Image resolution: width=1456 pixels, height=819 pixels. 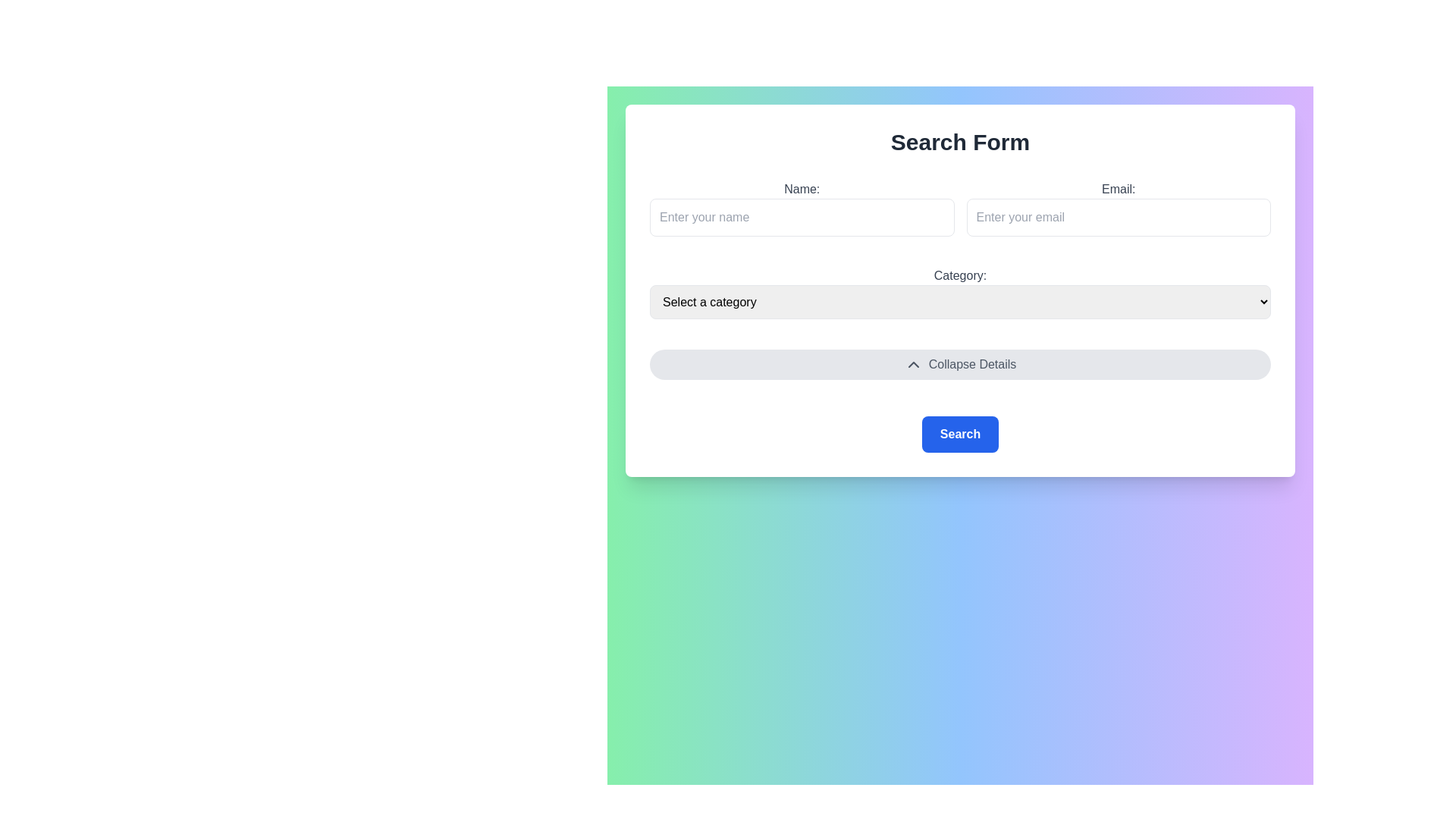 I want to click on the input fields within the grid layout labeled 'Name:' and 'Email:' by clicking on them to adjust their values, so click(x=959, y=208).